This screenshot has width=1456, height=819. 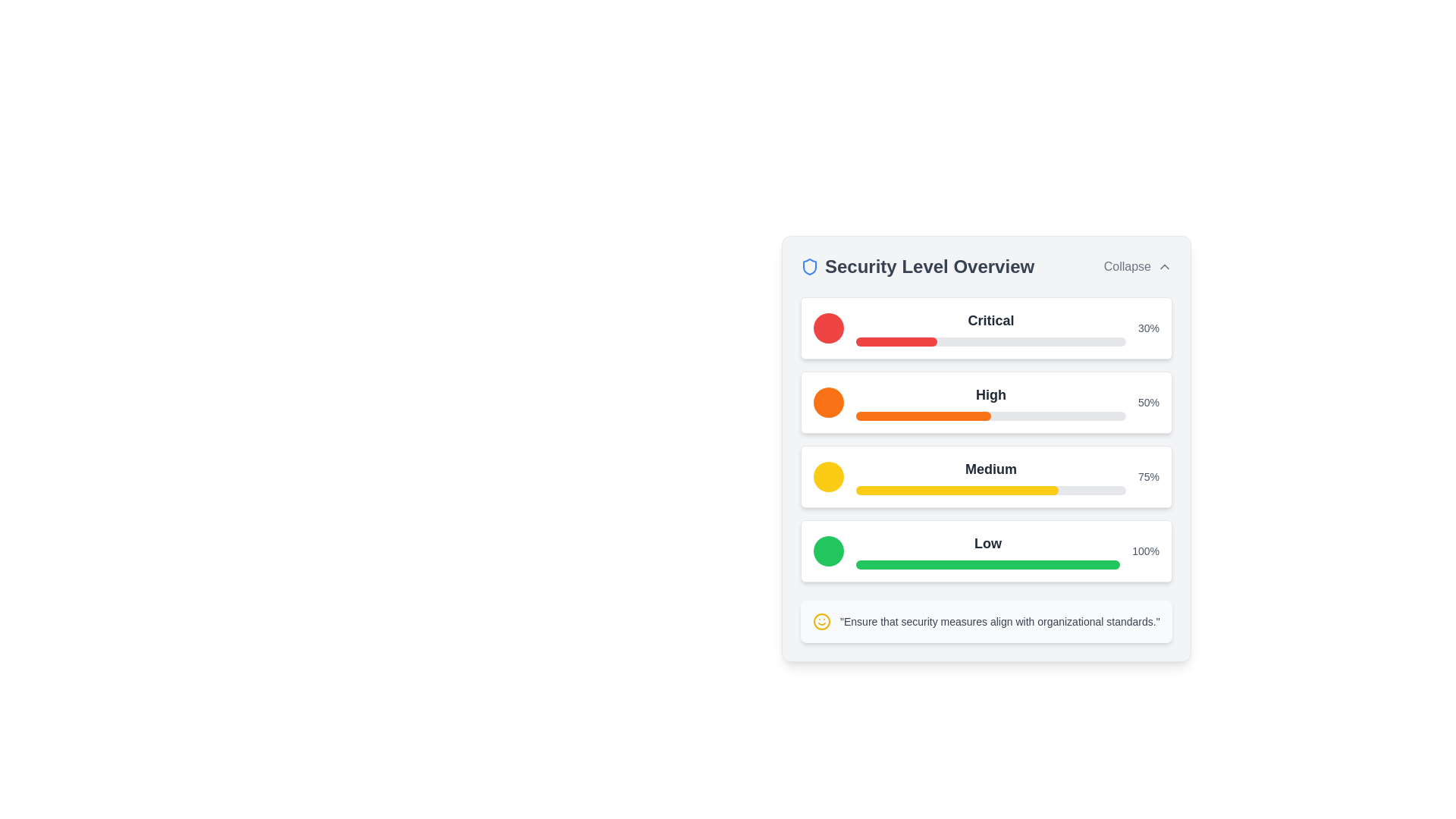 What do you see at coordinates (828, 327) in the screenshot?
I see `the decorative circular icon indicating the 'Critical' security level, which is red and positioned to the left of the 'Critical' text and a progress bar` at bounding box center [828, 327].